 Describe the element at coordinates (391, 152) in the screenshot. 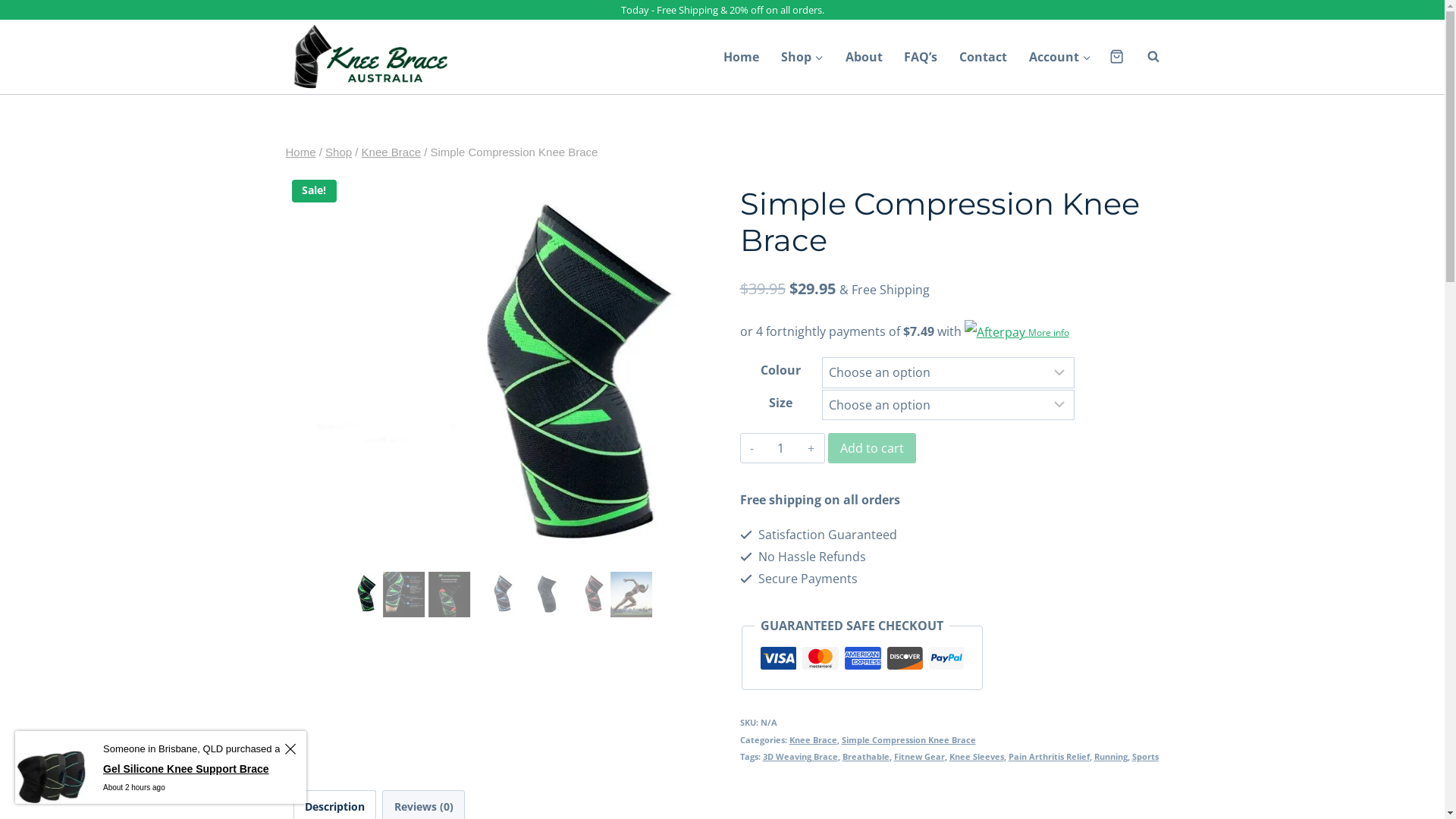

I see `'Knee Brace'` at that location.